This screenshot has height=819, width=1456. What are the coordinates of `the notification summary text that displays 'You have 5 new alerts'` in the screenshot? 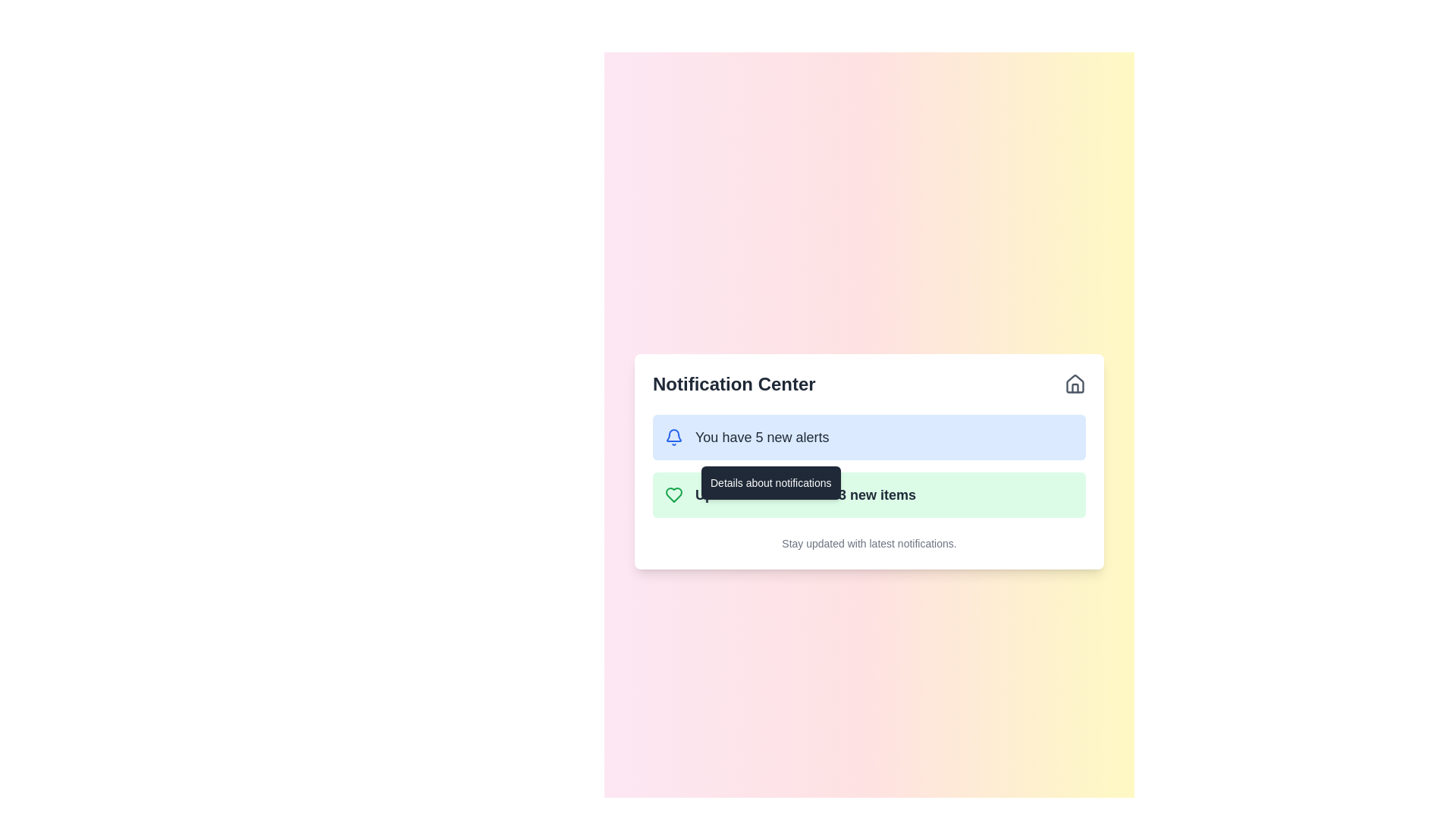 It's located at (761, 438).